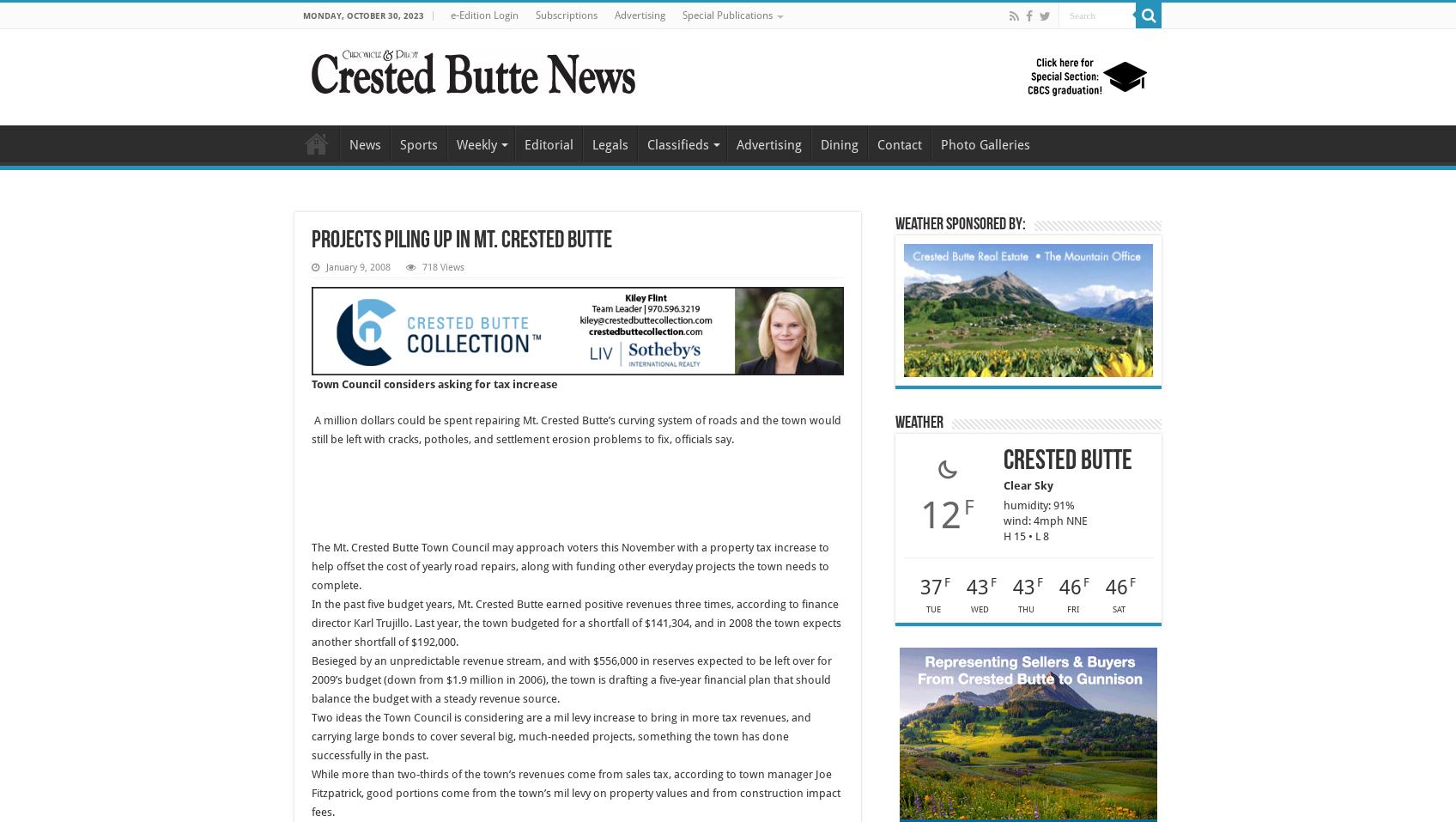 Image resolution: width=1456 pixels, height=822 pixels. I want to click on 'In the past five budget years, Mt. Crested Butte earned positive revenues three times, according to finance director Karl Trujillo. Last year, the town budgeted for a shortfall of $141,304, and in 2008 the town expects another shortfall of $192,000.', so click(575, 623).